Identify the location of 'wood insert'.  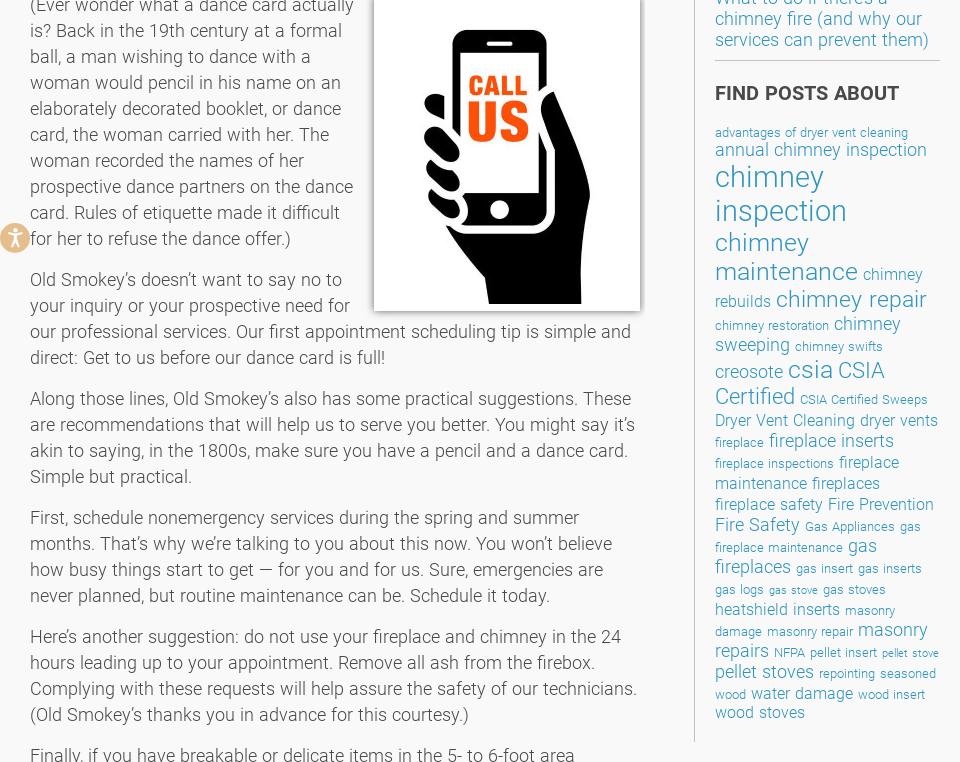
(890, 693).